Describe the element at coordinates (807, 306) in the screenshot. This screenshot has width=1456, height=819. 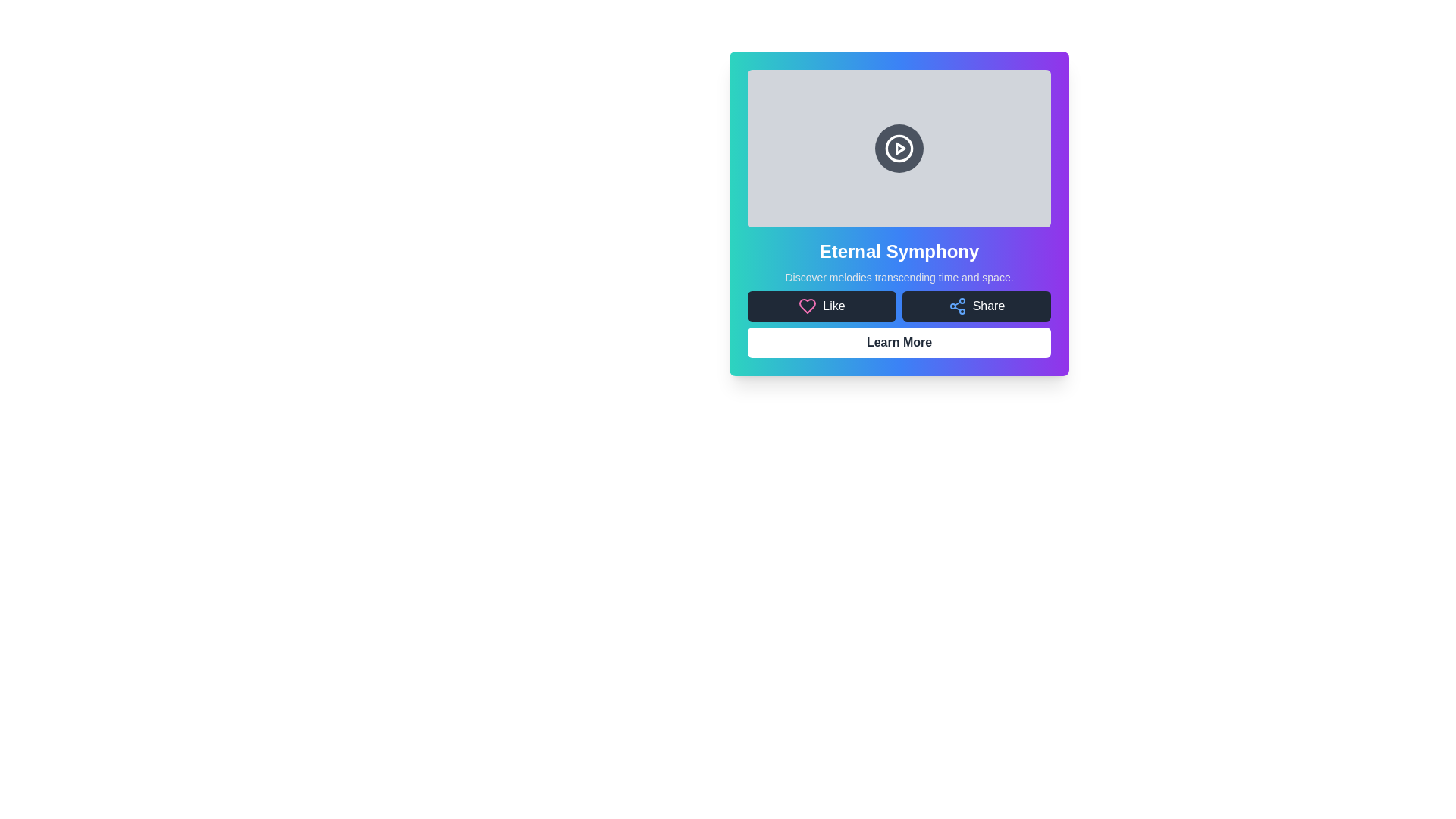
I see `the heart icon located in the lower-left section of the card, to the left of the 'Like' button text, to like the content` at that location.